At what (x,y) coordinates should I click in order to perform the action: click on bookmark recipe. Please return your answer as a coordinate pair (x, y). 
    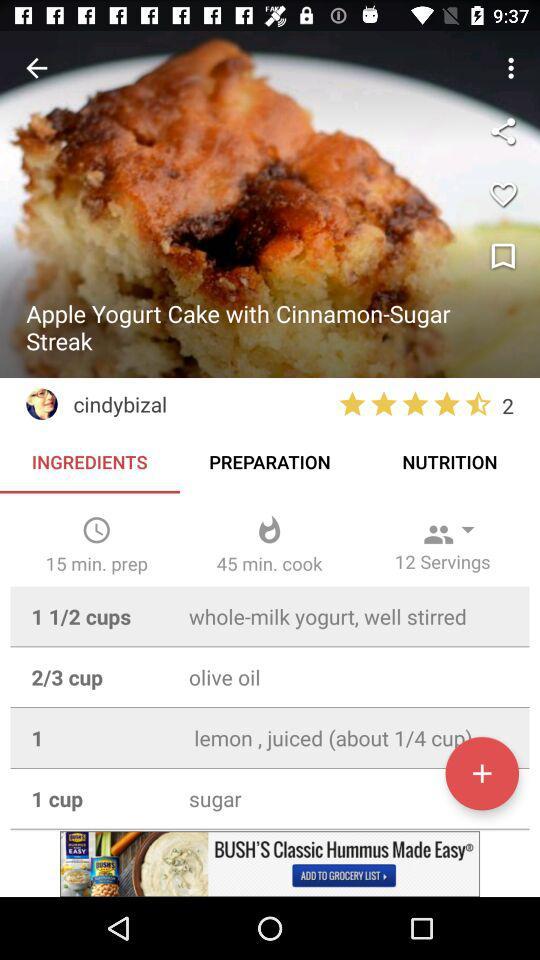
    Looking at the image, I should click on (502, 256).